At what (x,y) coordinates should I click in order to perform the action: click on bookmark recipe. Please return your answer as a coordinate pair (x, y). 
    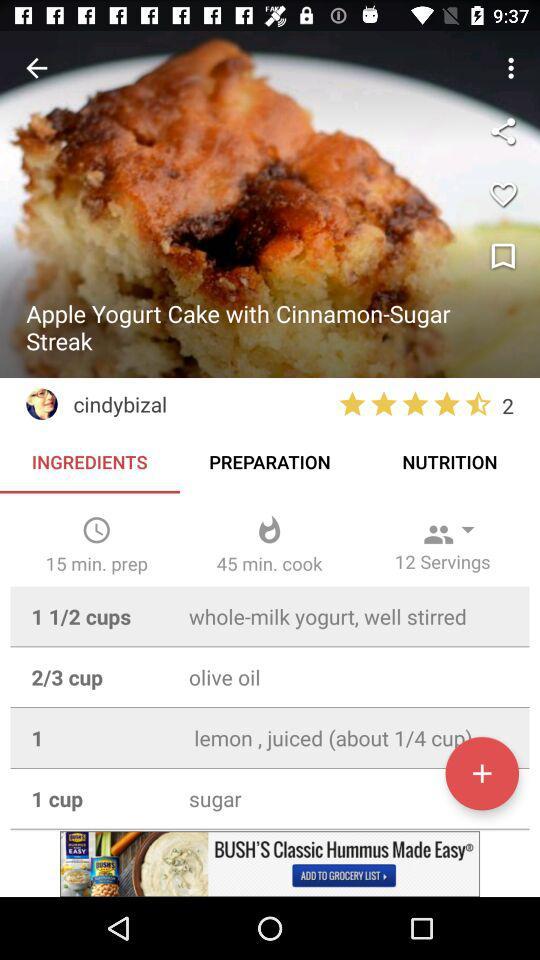
    Looking at the image, I should click on (502, 256).